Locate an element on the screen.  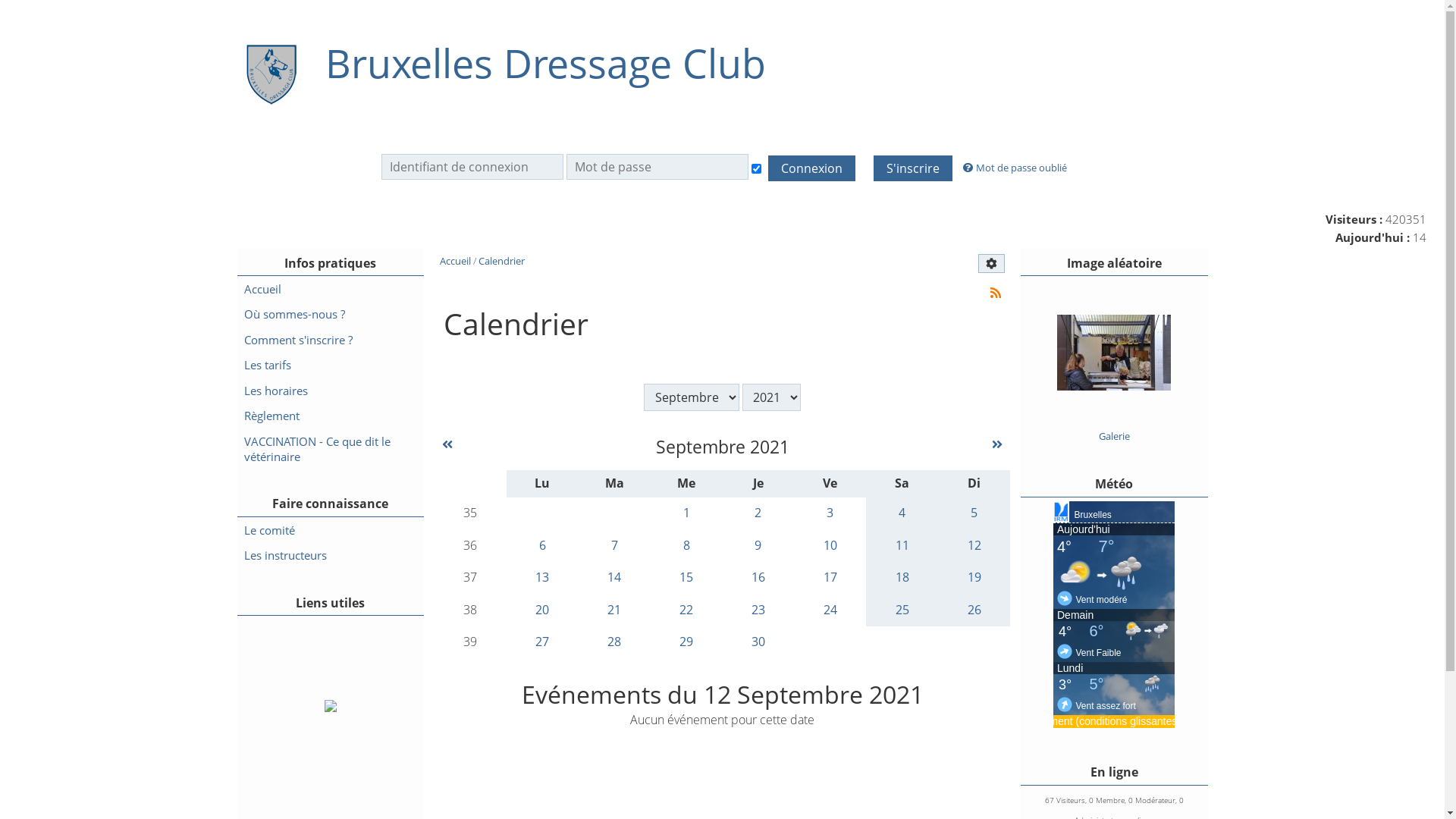
'28' is located at coordinates (614, 642).